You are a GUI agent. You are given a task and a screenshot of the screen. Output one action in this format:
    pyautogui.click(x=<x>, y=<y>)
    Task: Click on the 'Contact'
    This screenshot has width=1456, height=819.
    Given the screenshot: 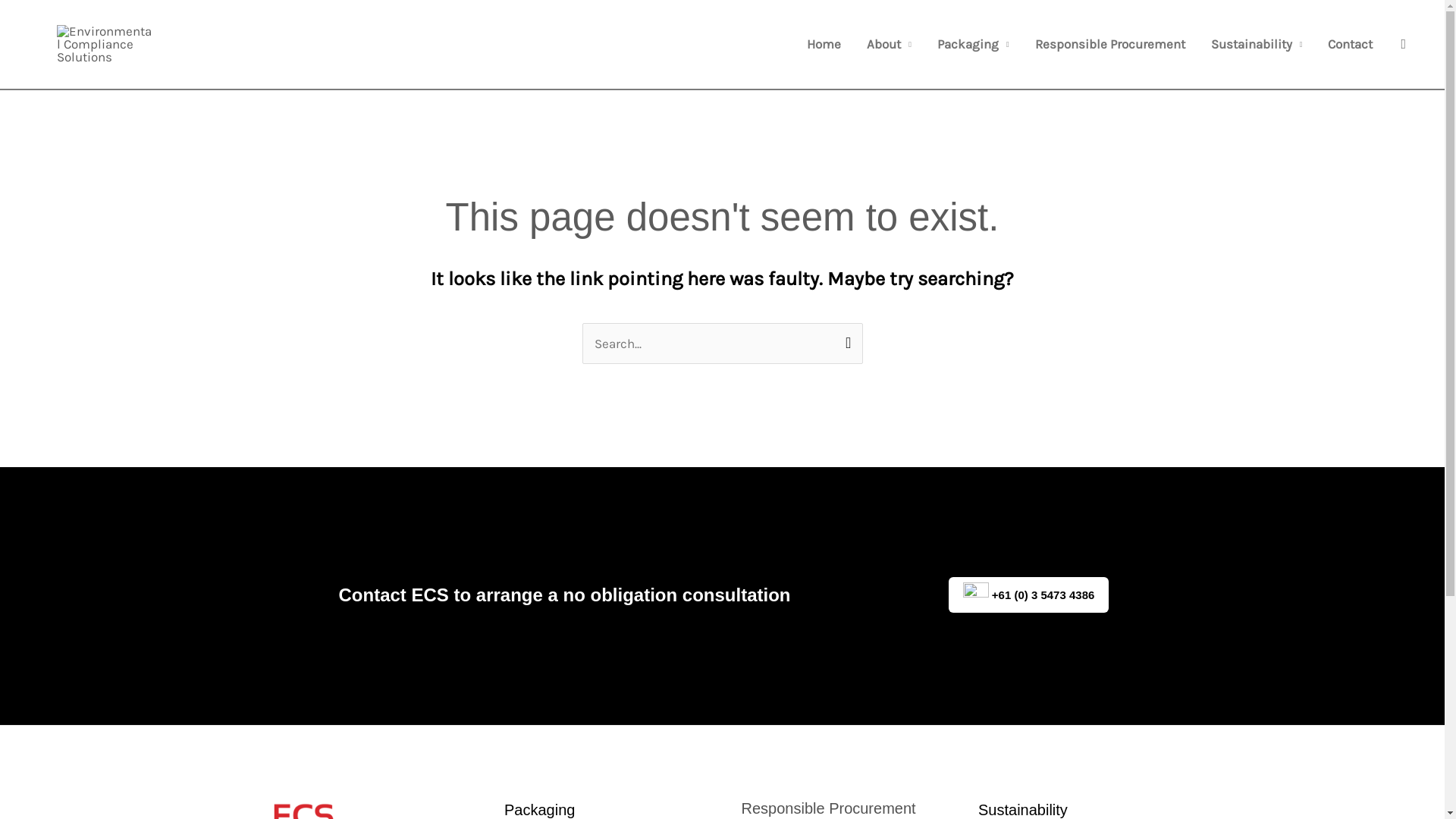 What is the action you would take?
    pyautogui.click(x=1350, y=43)
    